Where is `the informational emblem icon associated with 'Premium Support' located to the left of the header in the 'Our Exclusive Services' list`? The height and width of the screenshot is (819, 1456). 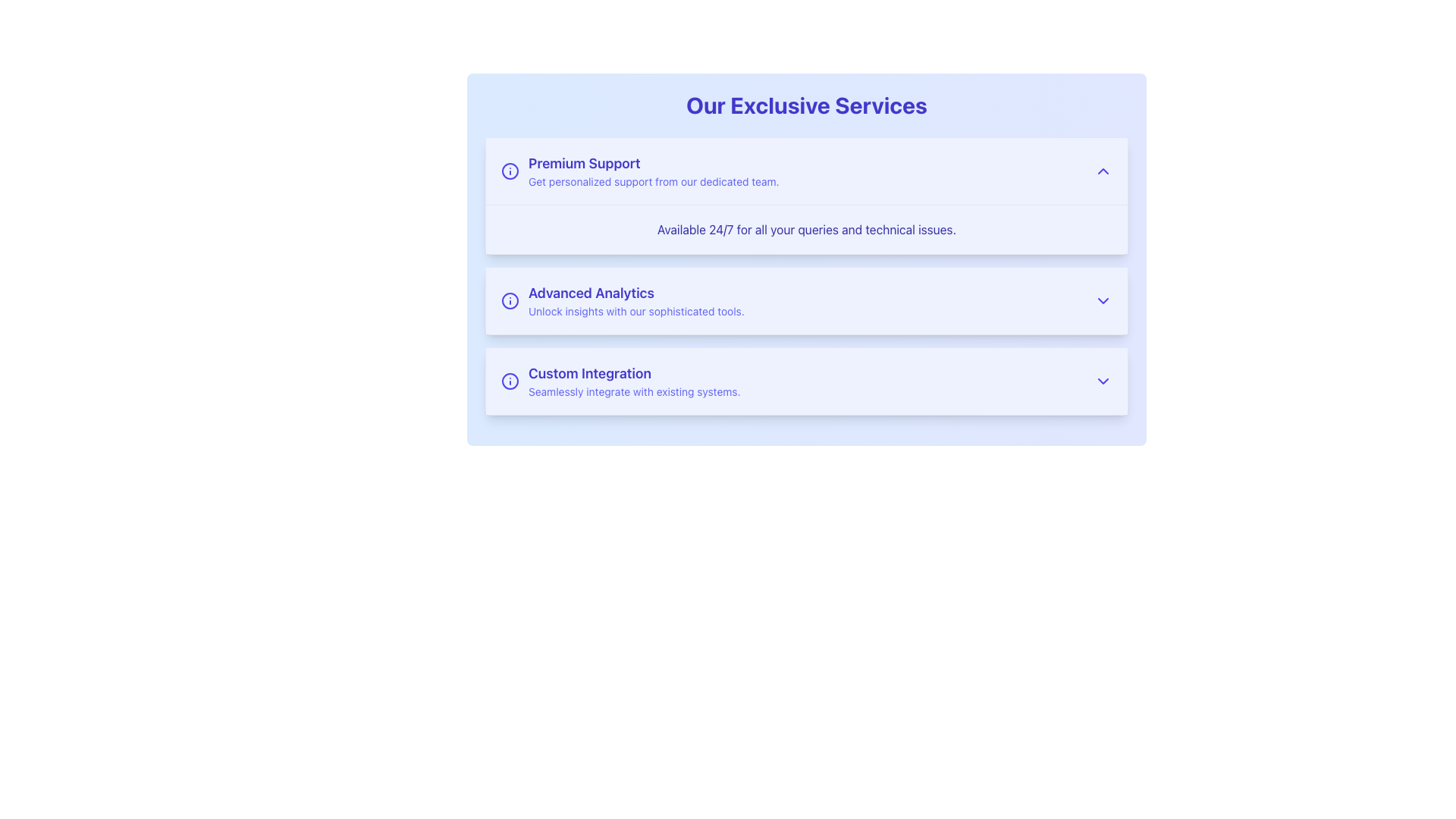 the informational emblem icon associated with 'Premium Support' located to the left of the header in the 'Our Exclusive Services' list is located at coordinates (510, 171).